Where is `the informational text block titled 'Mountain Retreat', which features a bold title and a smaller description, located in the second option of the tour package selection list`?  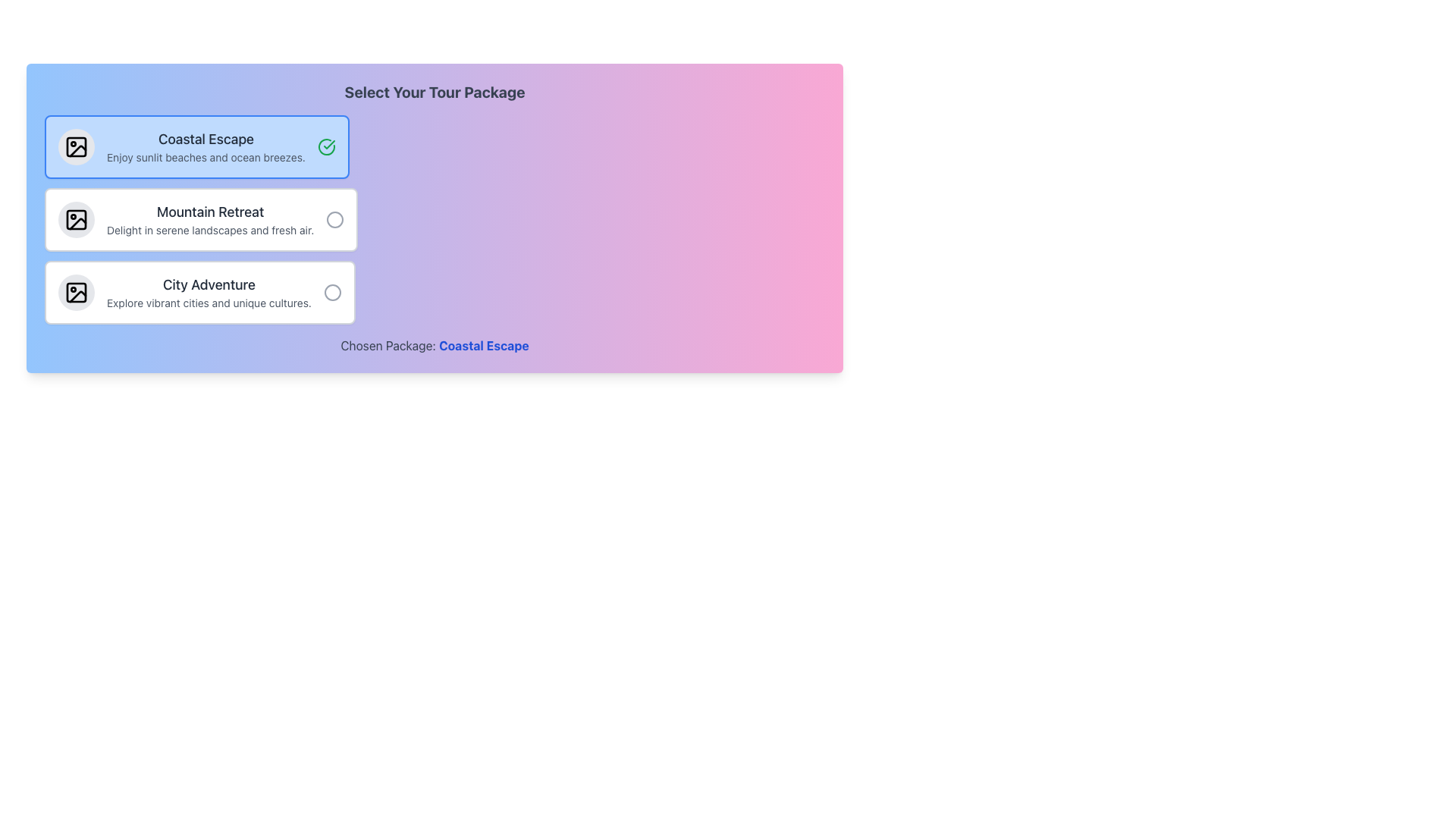
the informational text block titled 'Mountain Retreat', which features a bold title and a smaller description, located in the second option of the tour package selection list is located at coordinates (209, 219).